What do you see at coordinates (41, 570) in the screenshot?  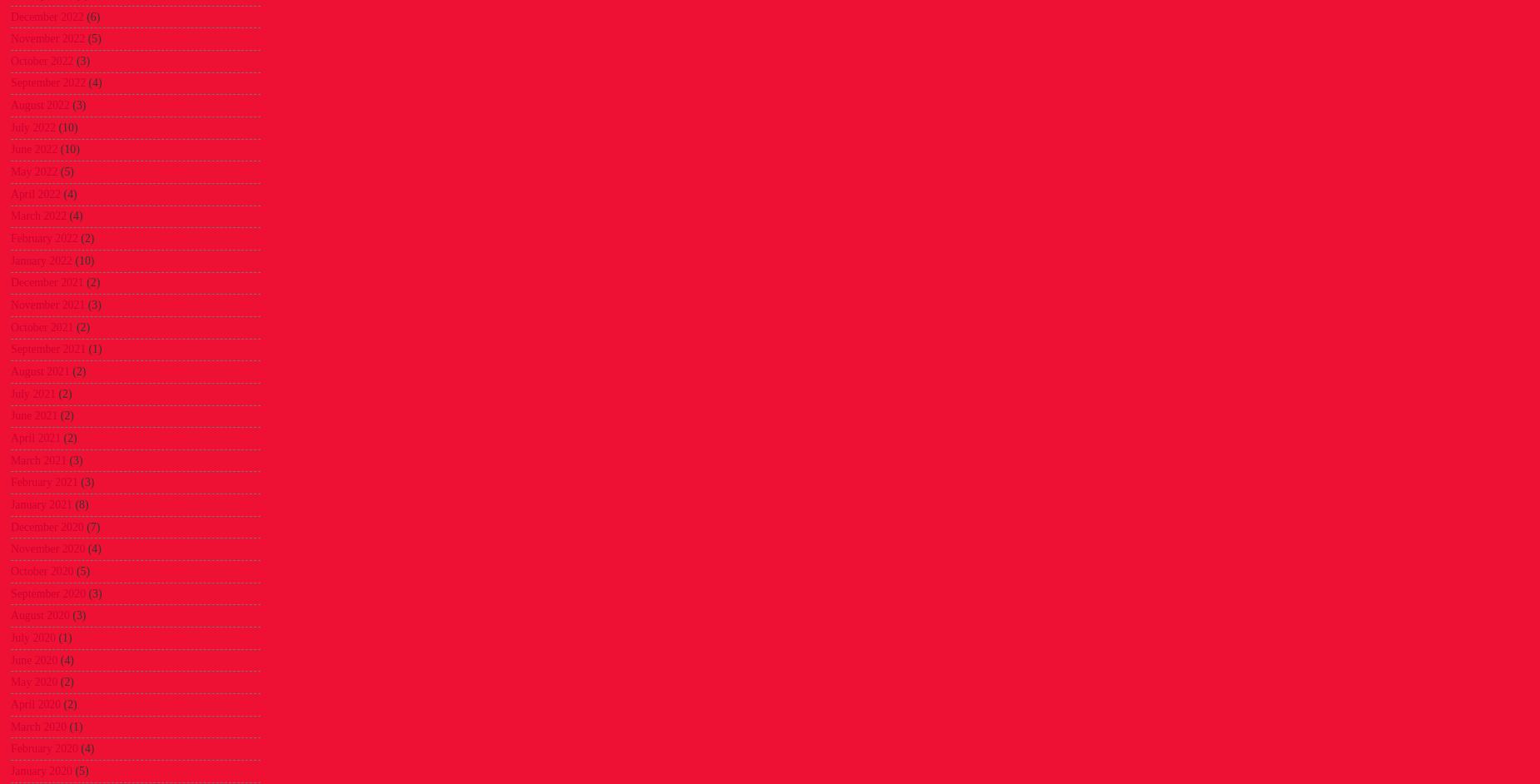 I see `'October 2020'` at bounding box center [41, 570].